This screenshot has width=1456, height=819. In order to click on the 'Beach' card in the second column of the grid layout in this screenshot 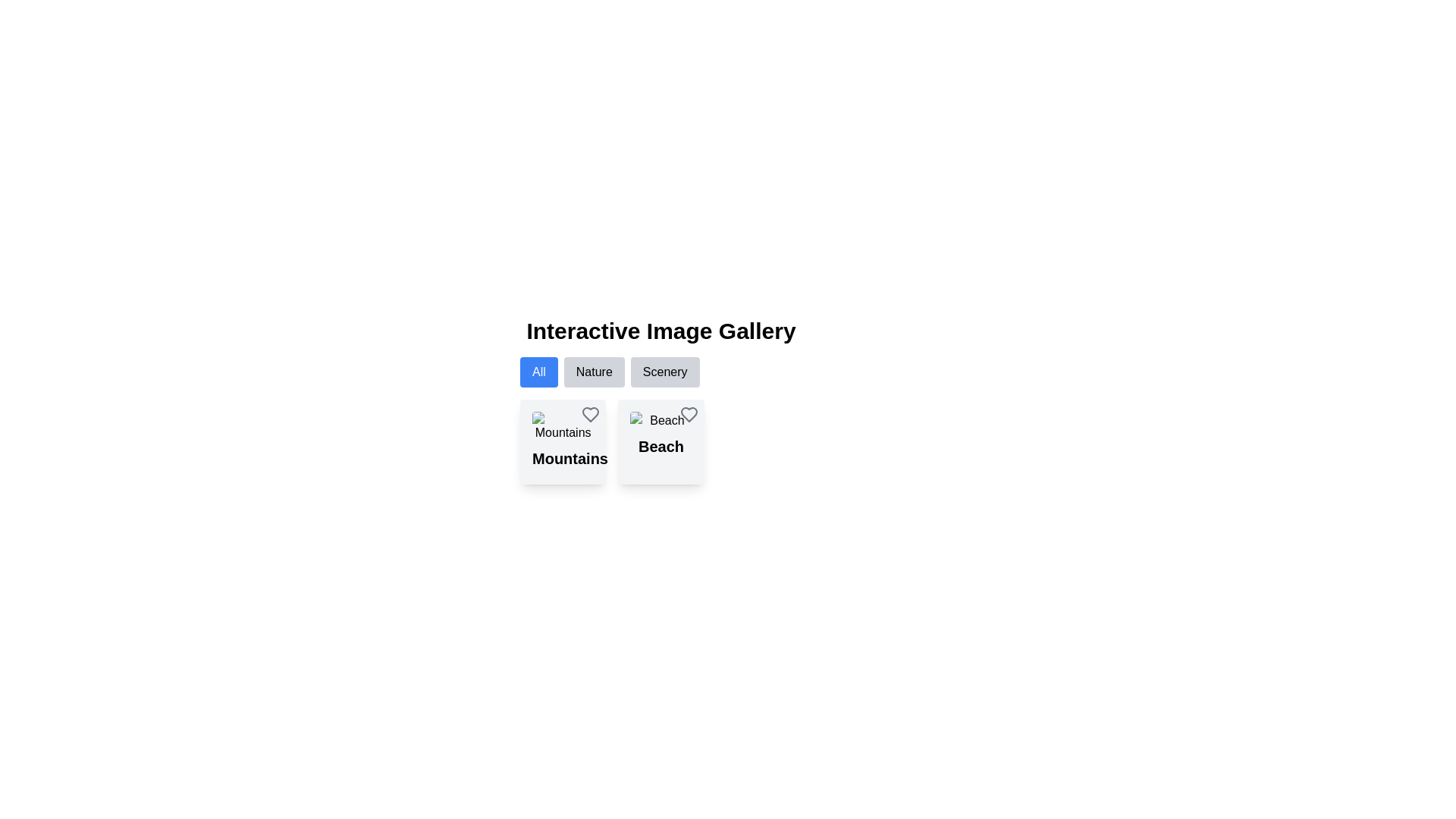, I will do `click(661, 441)`.